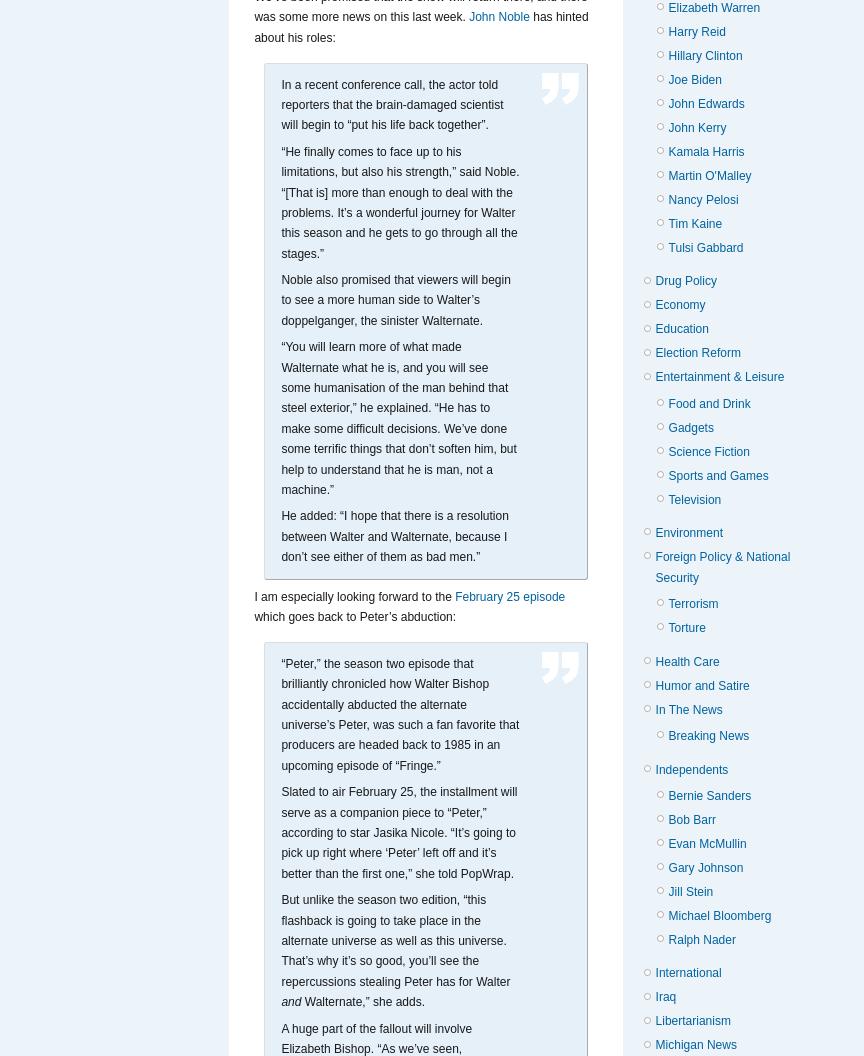  Describe the element at coordinates (691, 819) in the screenshot. I see `'Bob Barr'` at that location.